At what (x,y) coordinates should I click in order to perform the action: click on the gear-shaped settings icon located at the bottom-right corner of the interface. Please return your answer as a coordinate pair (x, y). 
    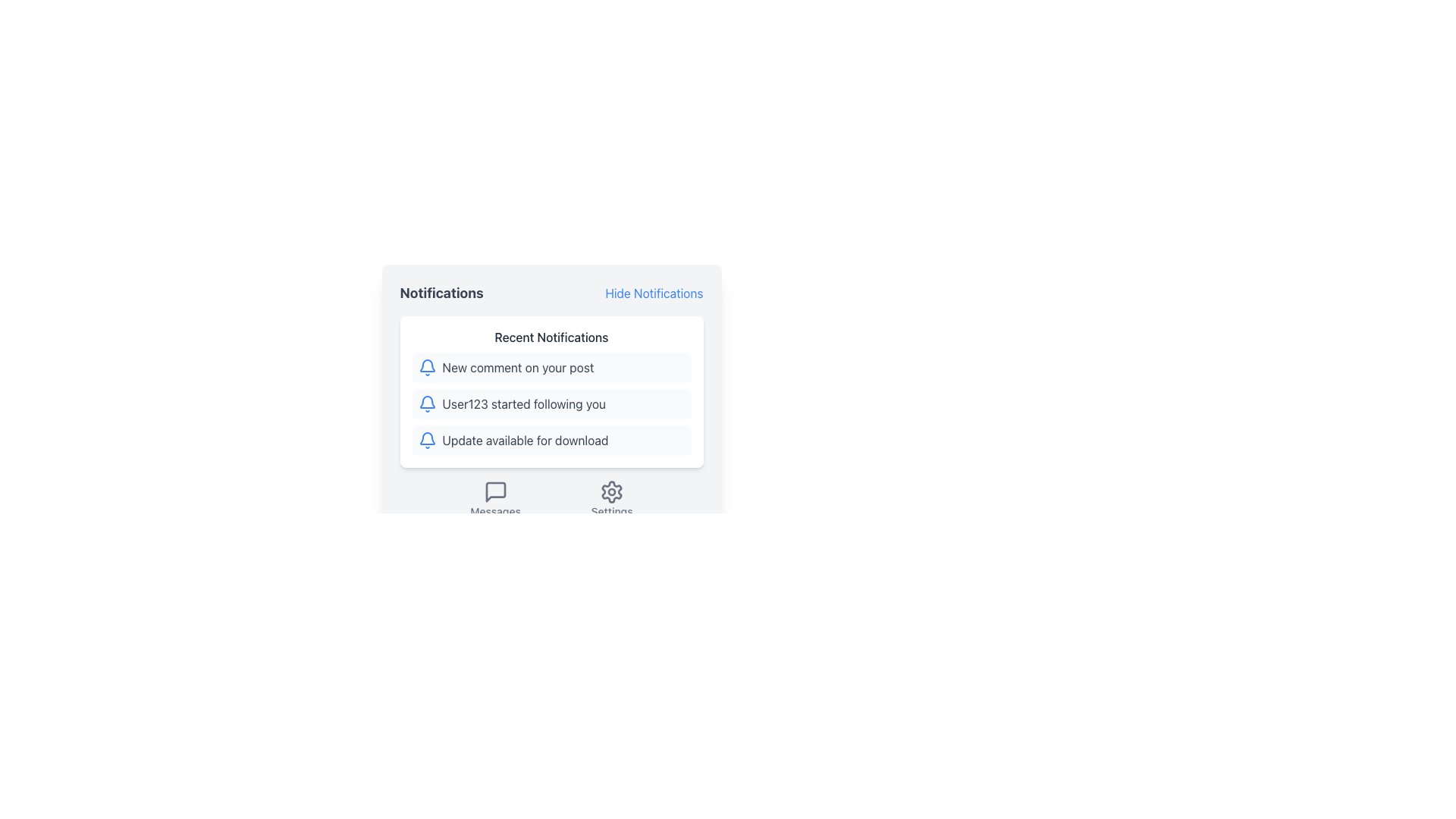
    Looking at the image, I should click on (612, 491).